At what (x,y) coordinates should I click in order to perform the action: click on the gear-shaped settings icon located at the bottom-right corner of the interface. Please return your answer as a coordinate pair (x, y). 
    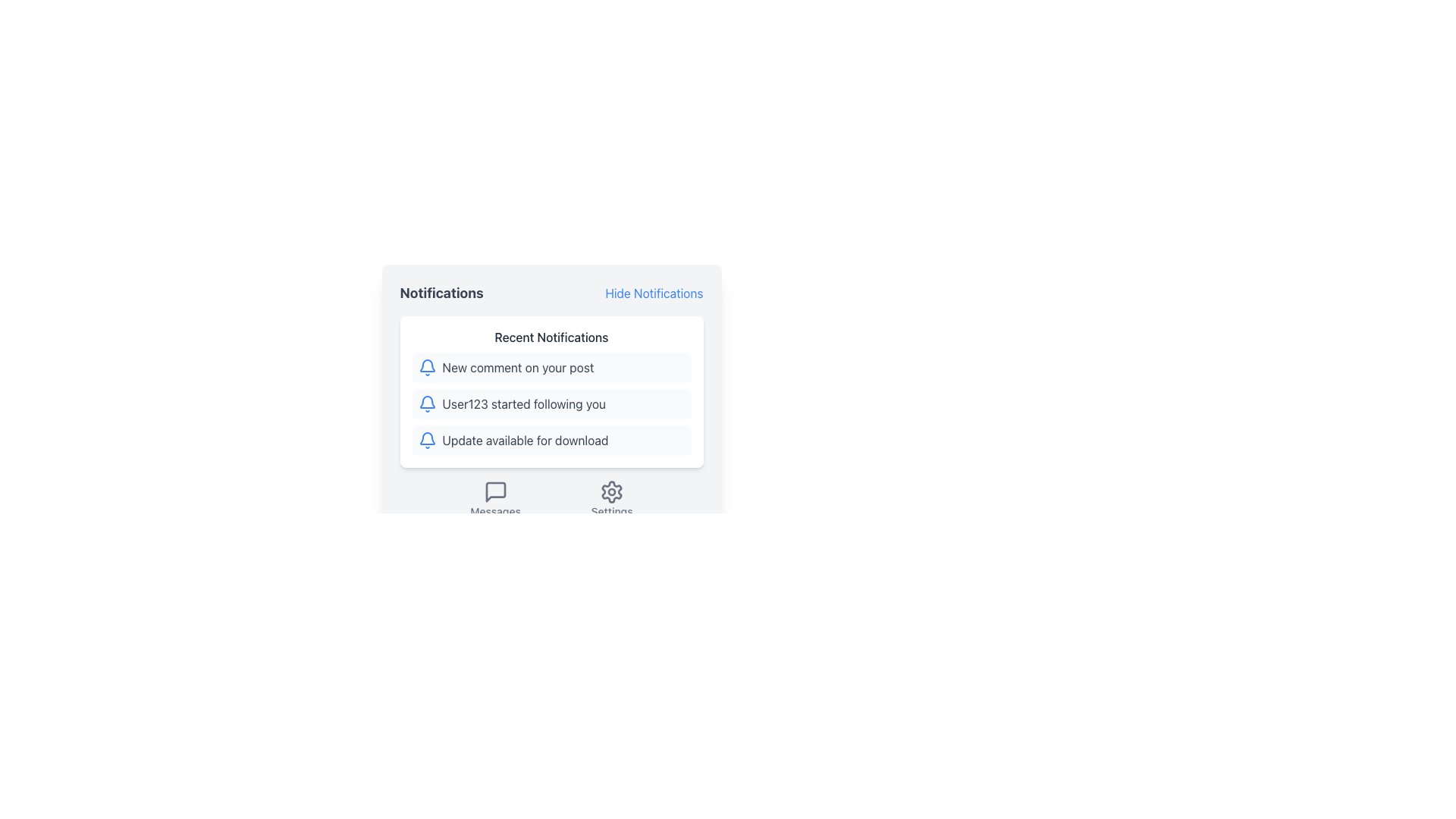
    Looking at the image, I should click on (612, 491).